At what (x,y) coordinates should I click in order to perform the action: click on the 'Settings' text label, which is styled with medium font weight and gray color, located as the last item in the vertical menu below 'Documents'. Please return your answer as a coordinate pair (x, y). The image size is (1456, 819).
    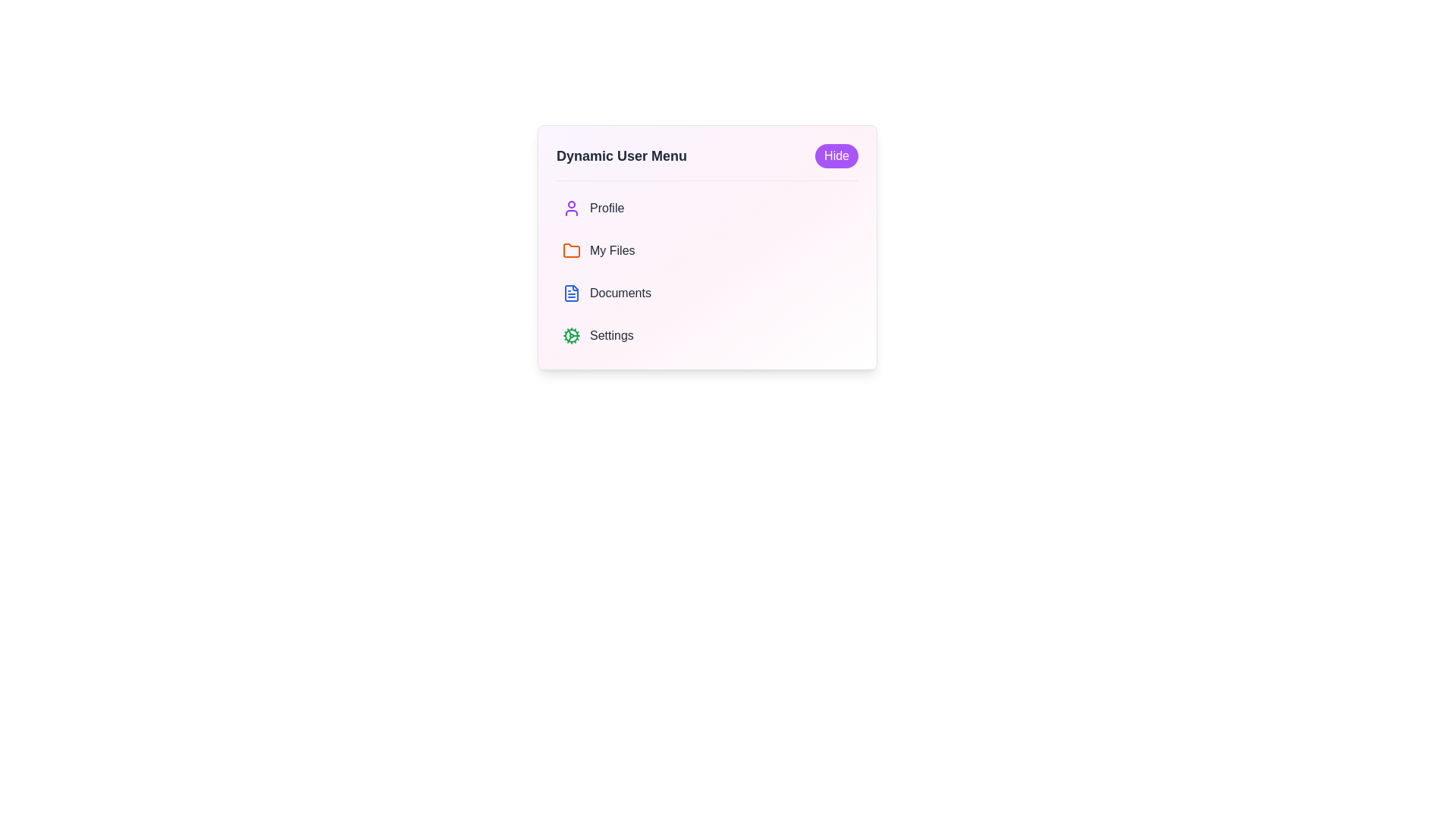
    Looking at the image, I should click on (611, 335).